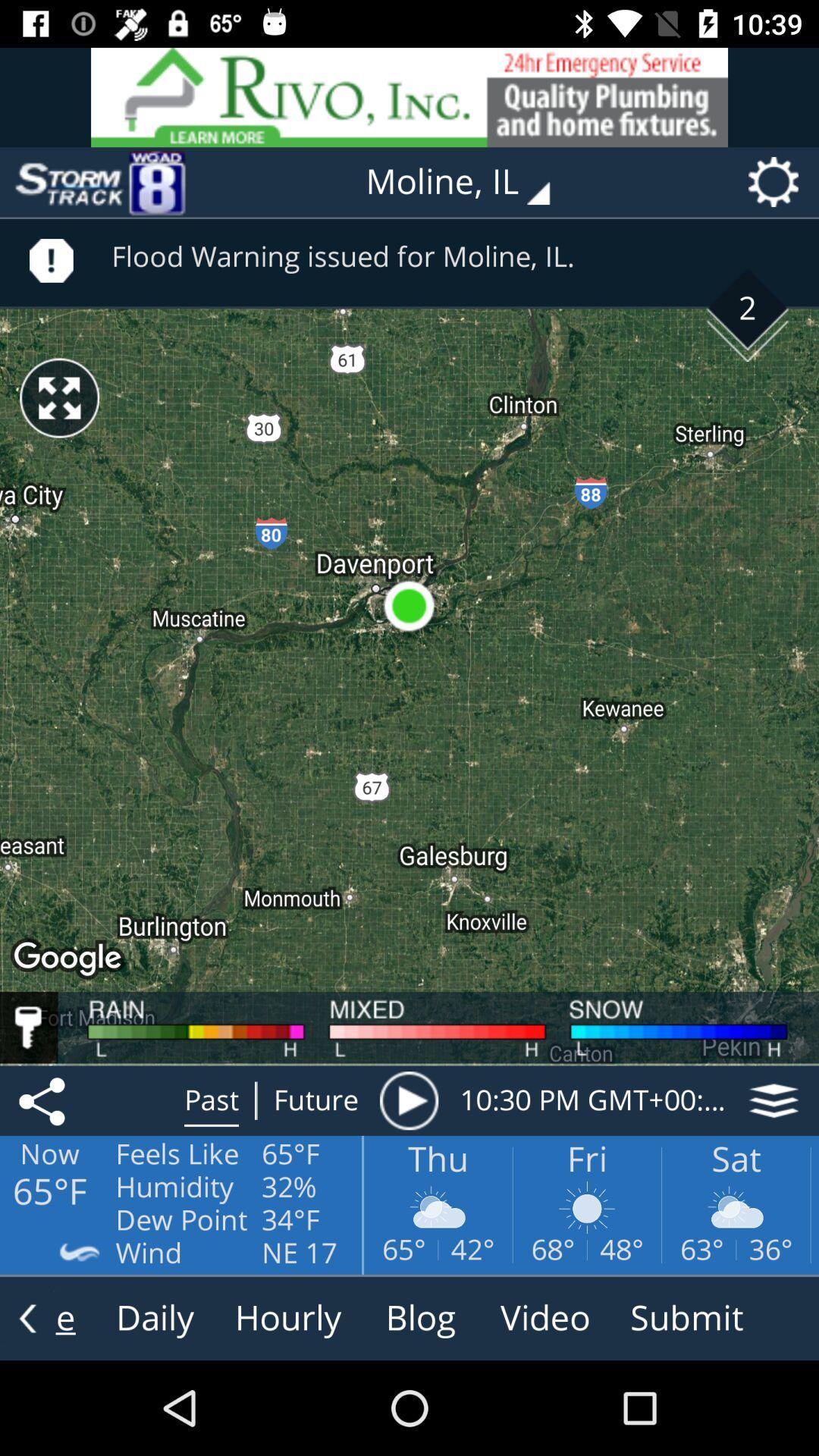 This screenshot has width=819, height=1456. What do you see at coordinates (778, 182) in the screenshot?
I see `the settings icon which is beside molineil` at bounding box center [778, 182].